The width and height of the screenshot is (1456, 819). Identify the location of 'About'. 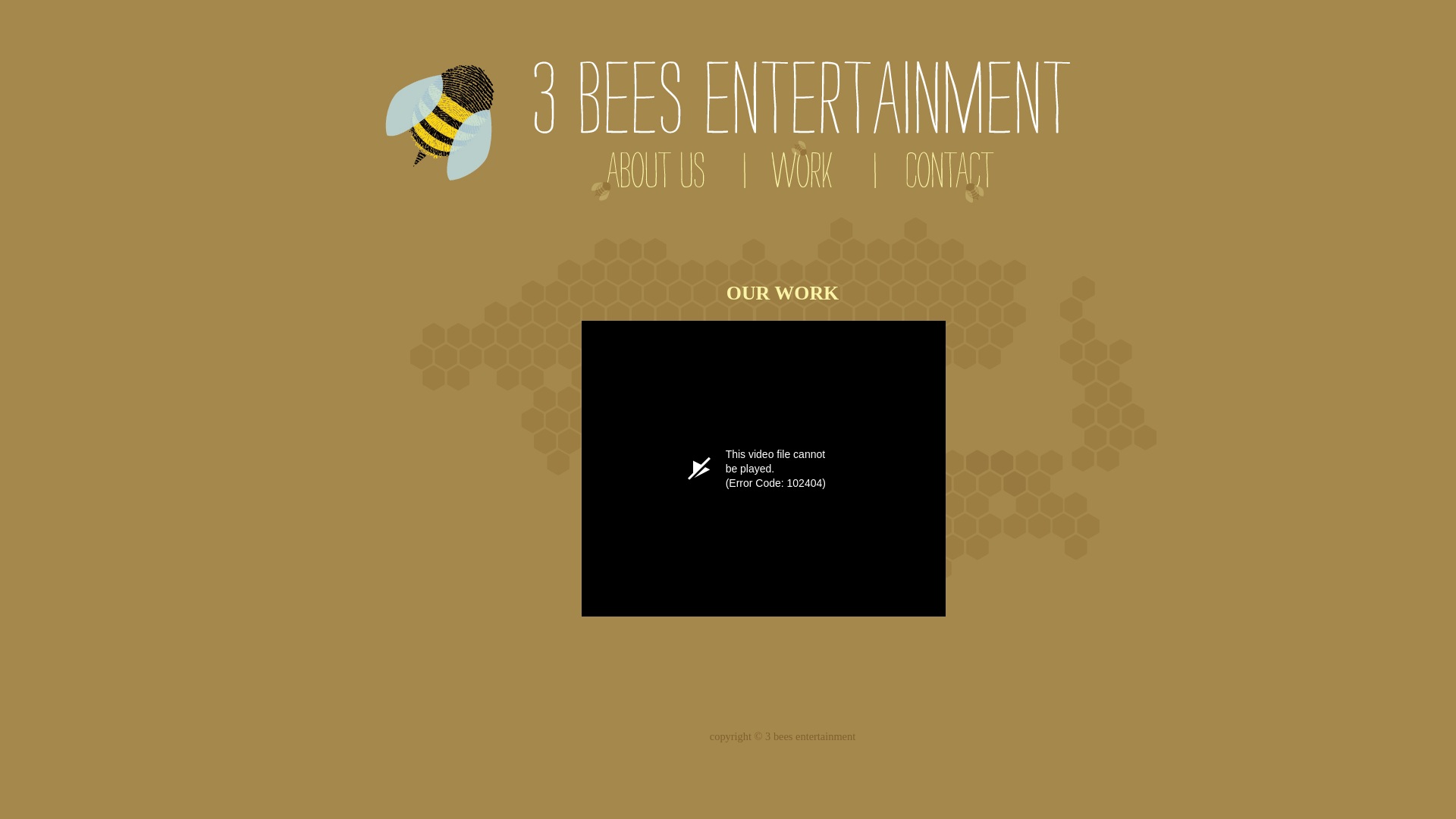
(646, 174).